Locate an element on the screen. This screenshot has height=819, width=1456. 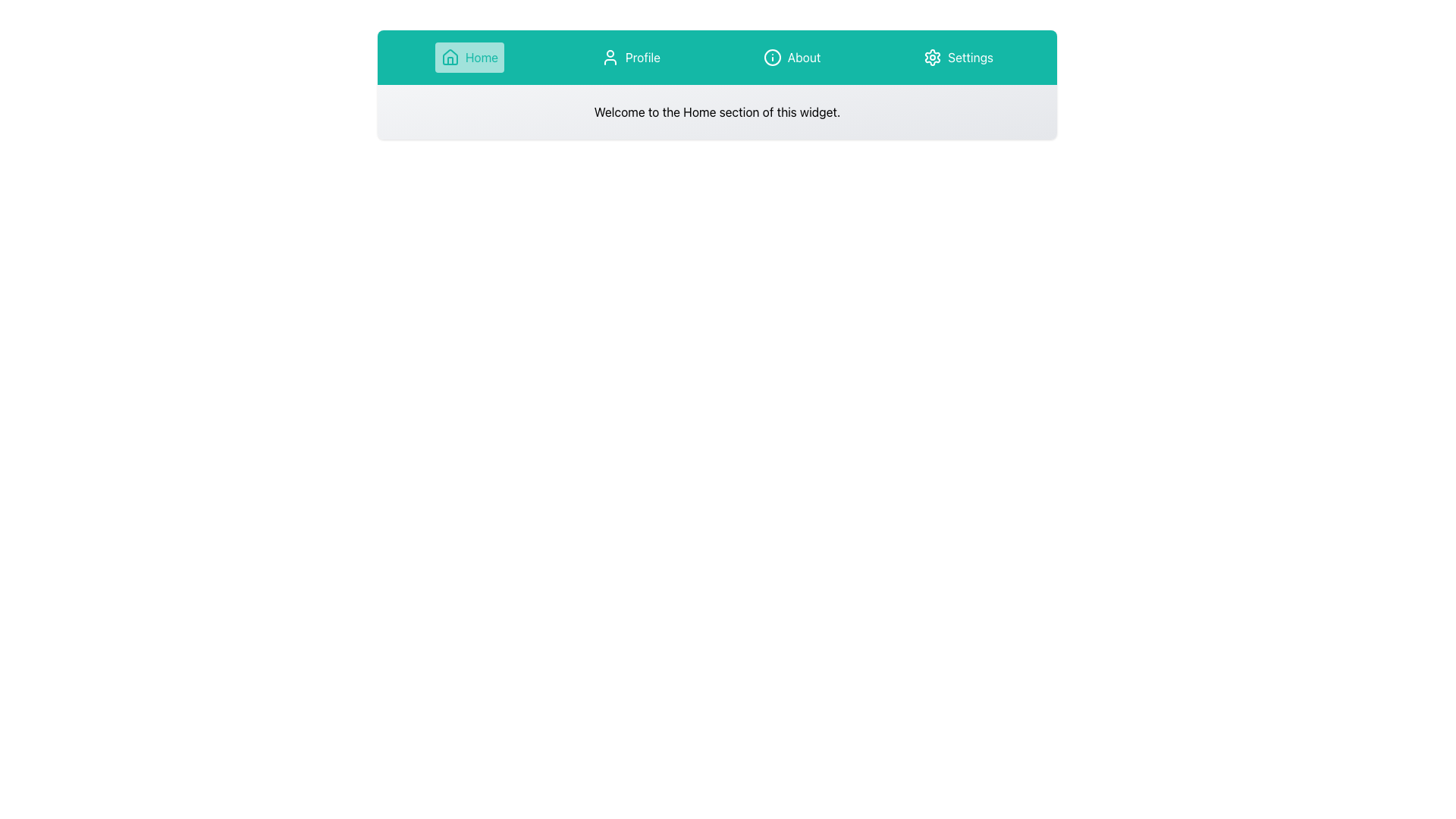
the Text Display element that provides a welcome message or introductory content for the Home section, located centrally below the navigation bar is located at coordinates (716, 111).